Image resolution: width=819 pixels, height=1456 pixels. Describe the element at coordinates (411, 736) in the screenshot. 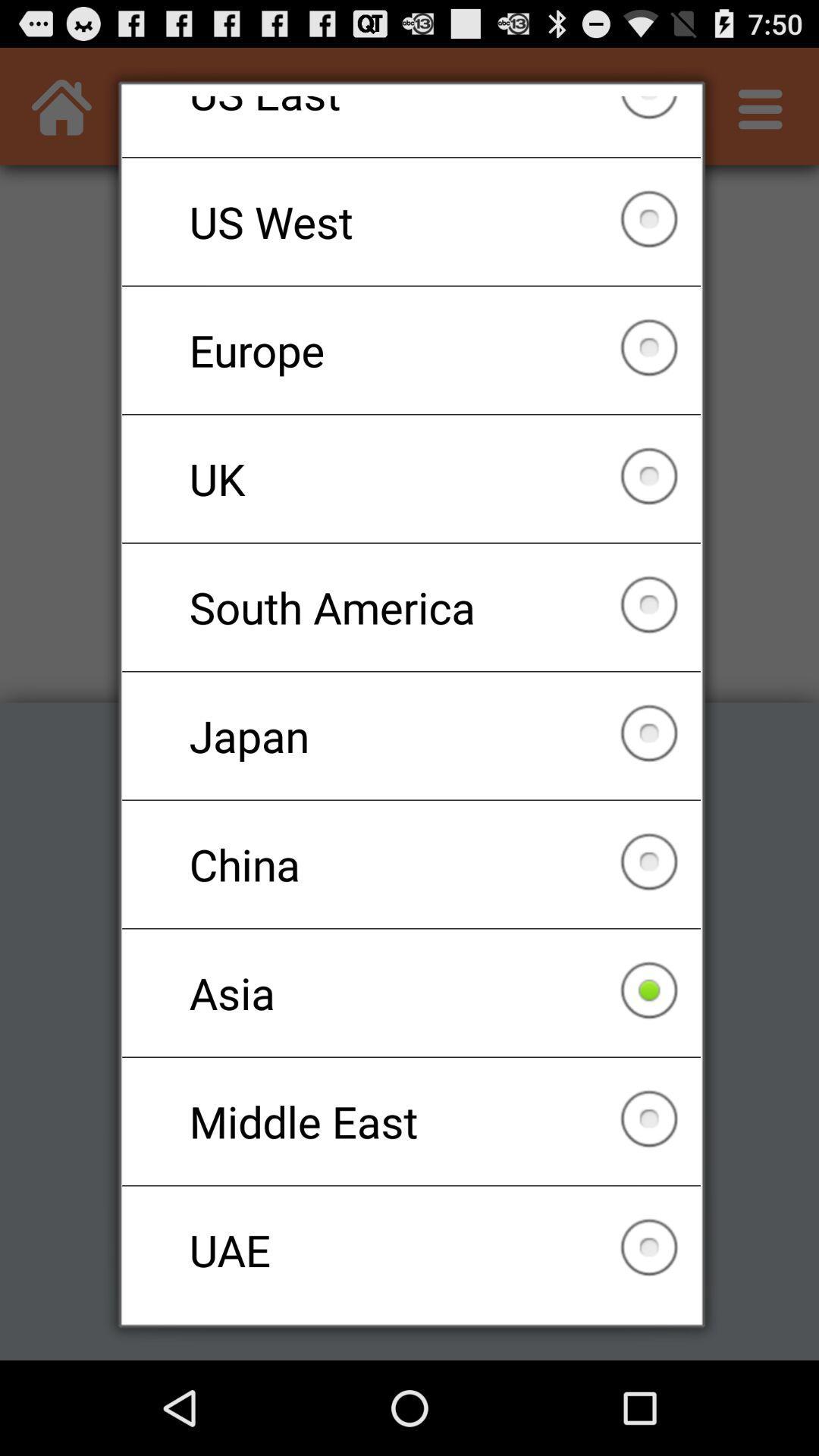

I see `the checkbox above     china` at that location.